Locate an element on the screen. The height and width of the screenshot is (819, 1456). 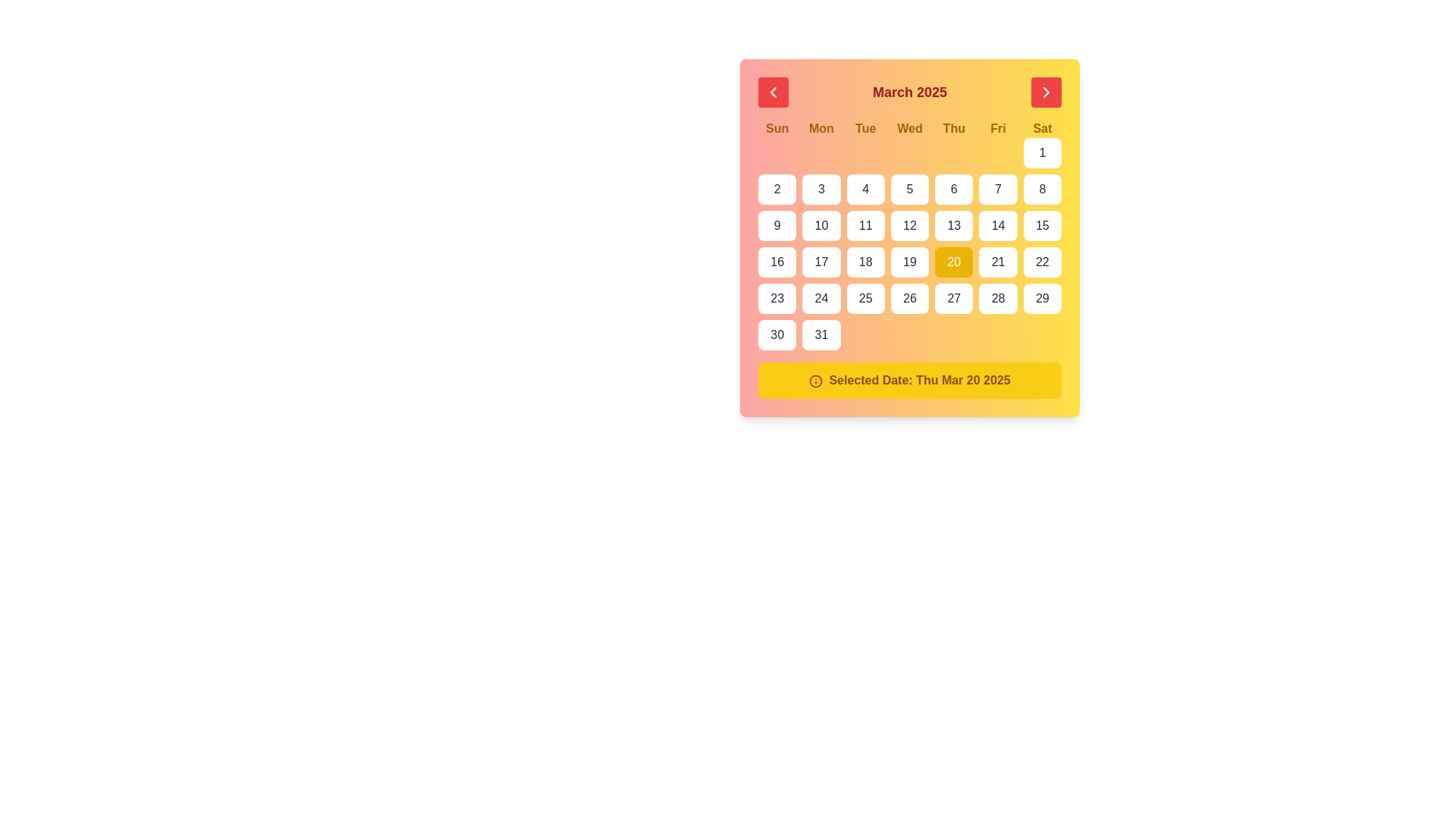
the left-facing chevron icon button, which is a white arrow inside a red circular button, located is located at coordinates (773, 93).